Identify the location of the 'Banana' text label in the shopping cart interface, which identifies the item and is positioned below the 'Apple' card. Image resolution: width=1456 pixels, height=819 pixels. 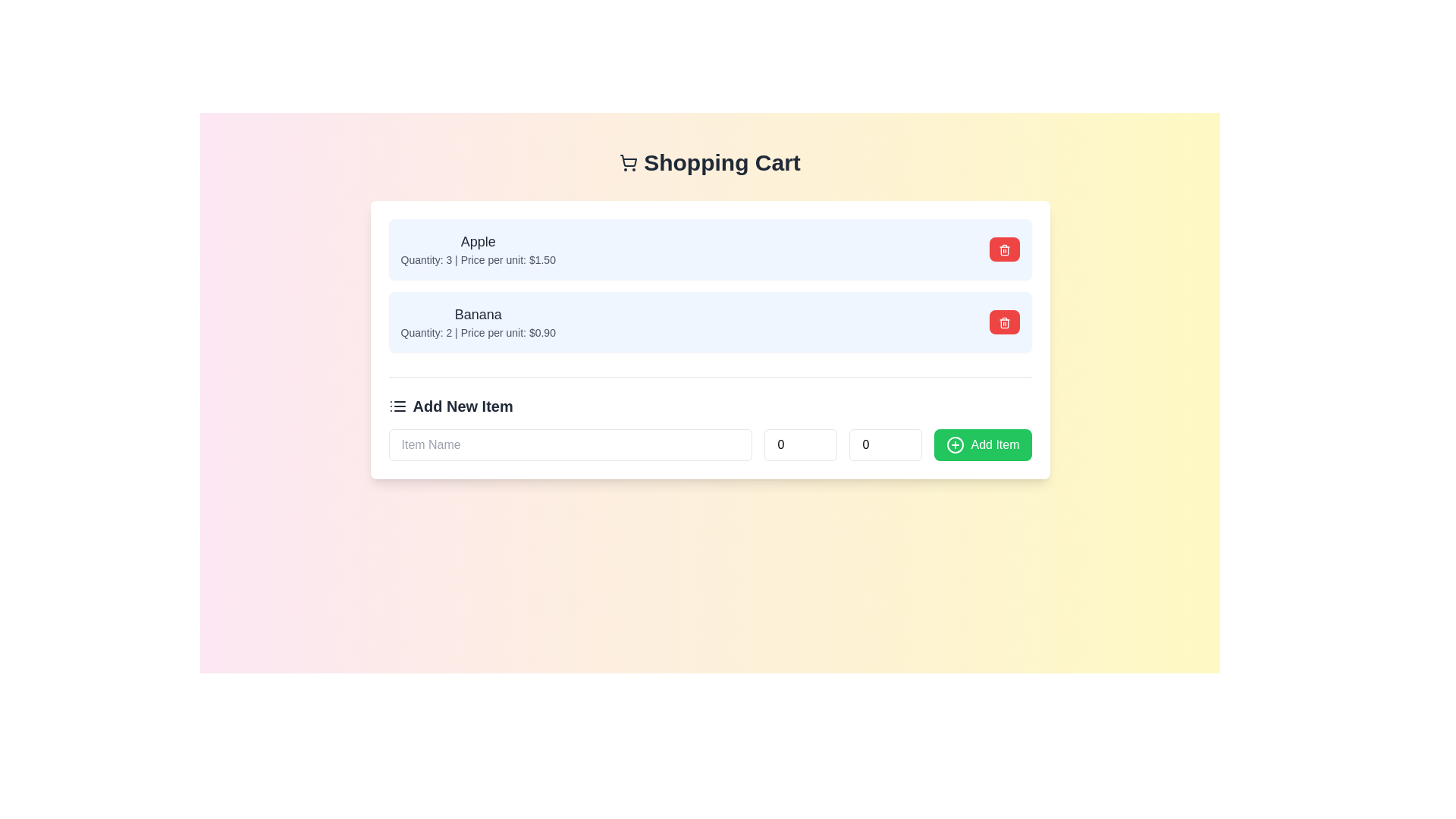
(477, 314).